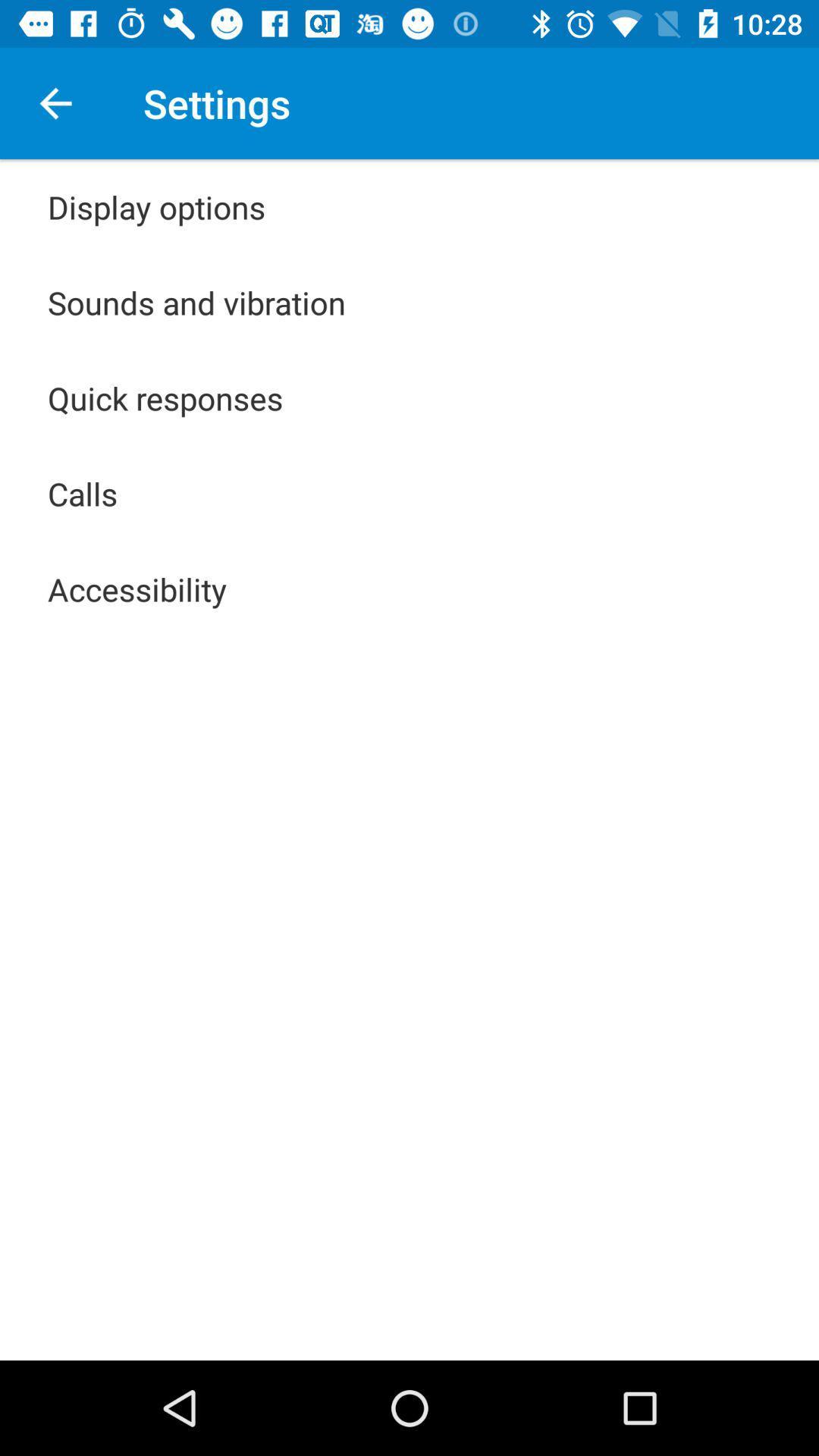 The width and height of the screenshot is (819, 1456). I want to click on icon above the display options item, so click(55, 102).